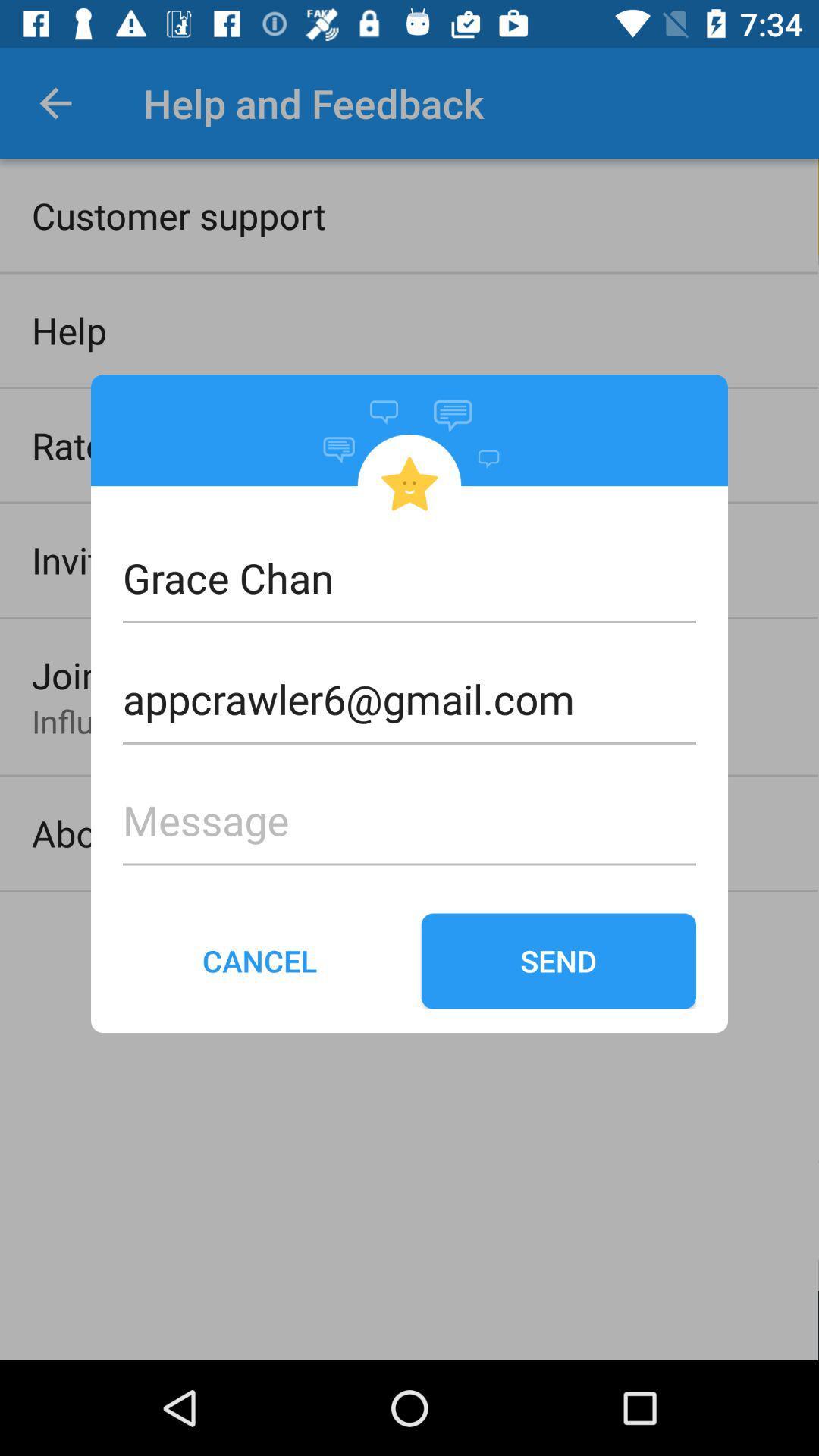  I want to click on the icon next to cancel, so click(558, 960).